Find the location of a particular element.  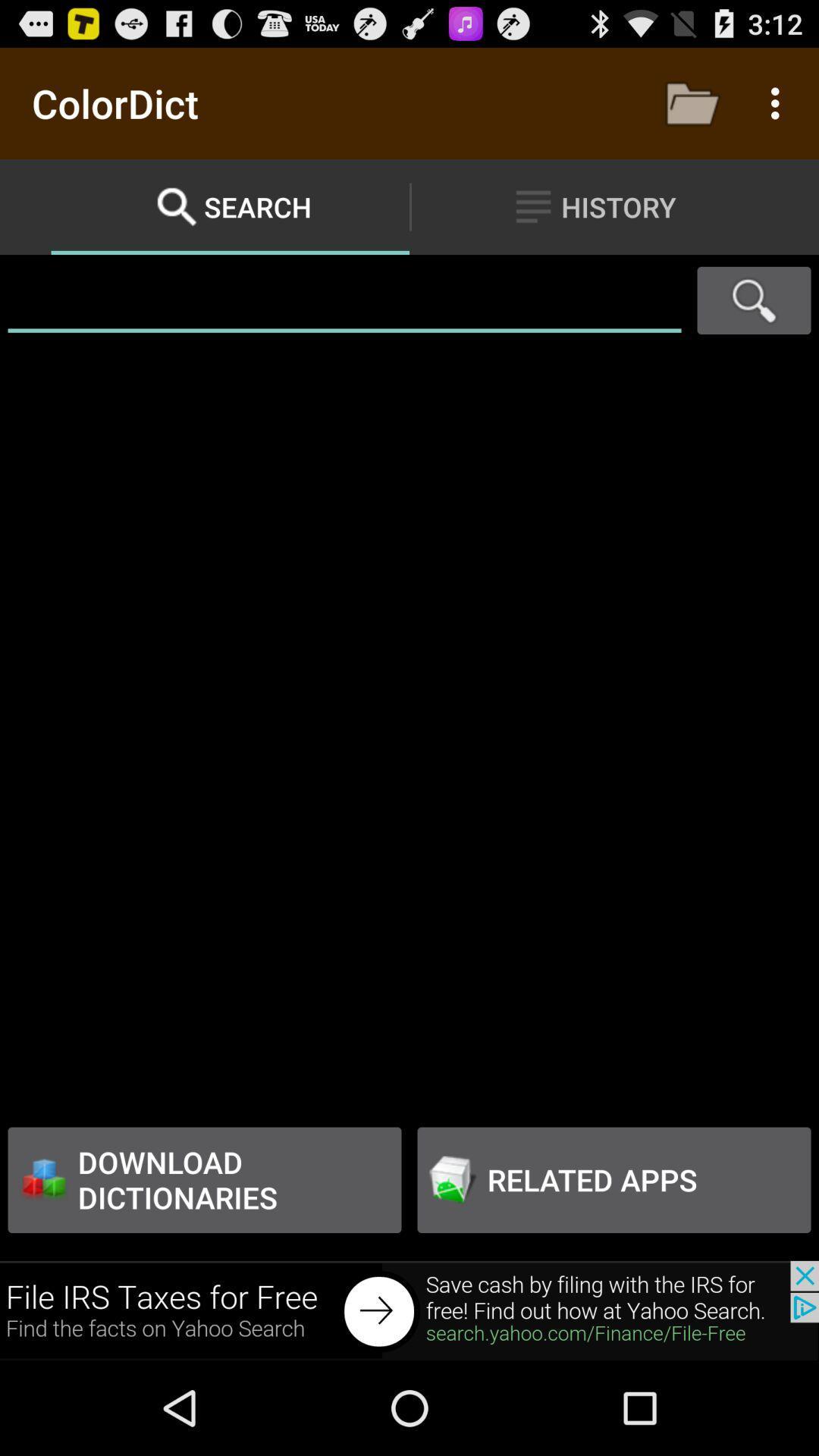

learn about this product is located at coordinates (409, 1310).